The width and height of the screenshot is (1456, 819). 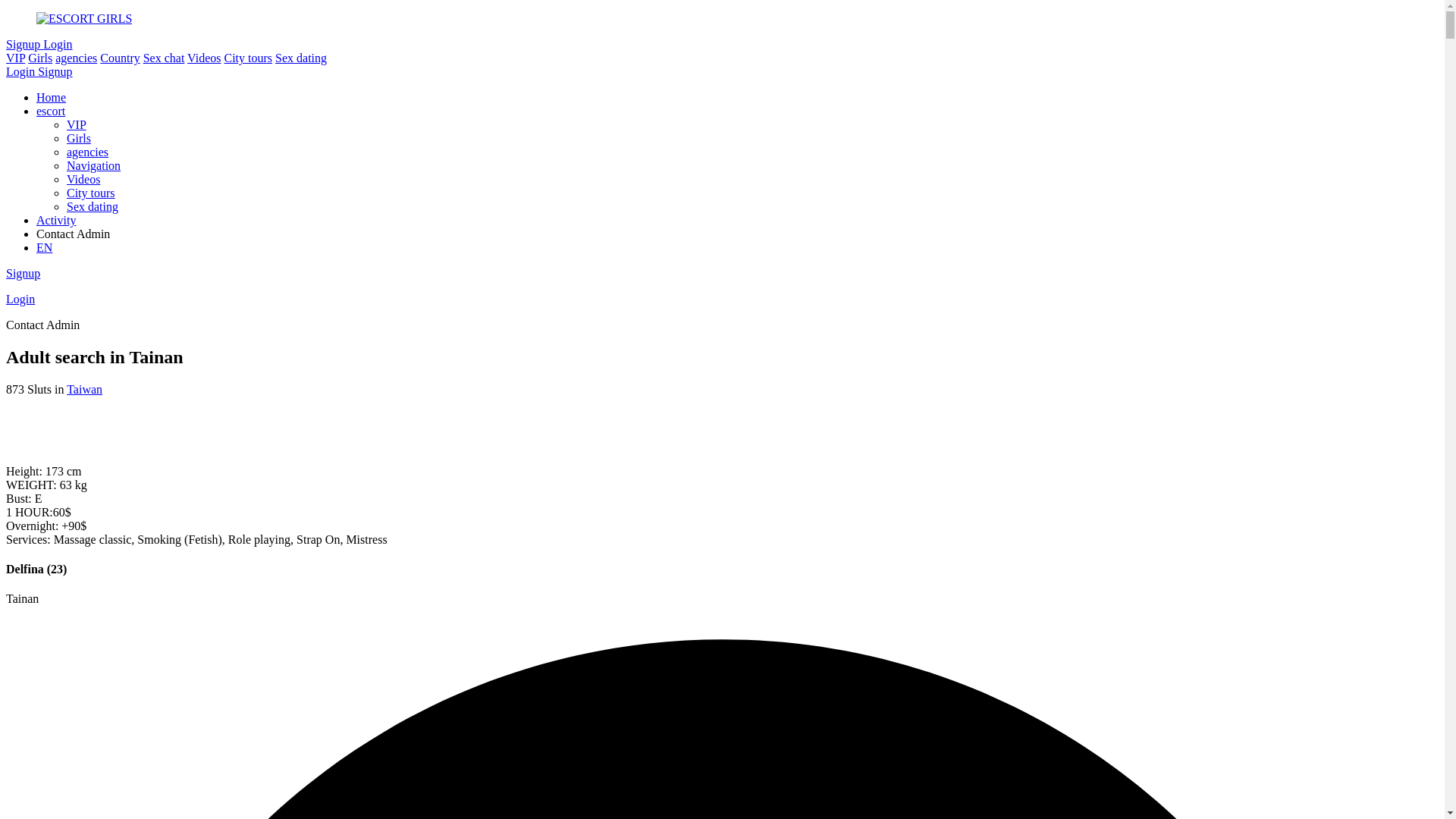 What do you see at coordinates (51, 110) in the screenshot?
I see `'escort'` at bounding box center [51, 110].